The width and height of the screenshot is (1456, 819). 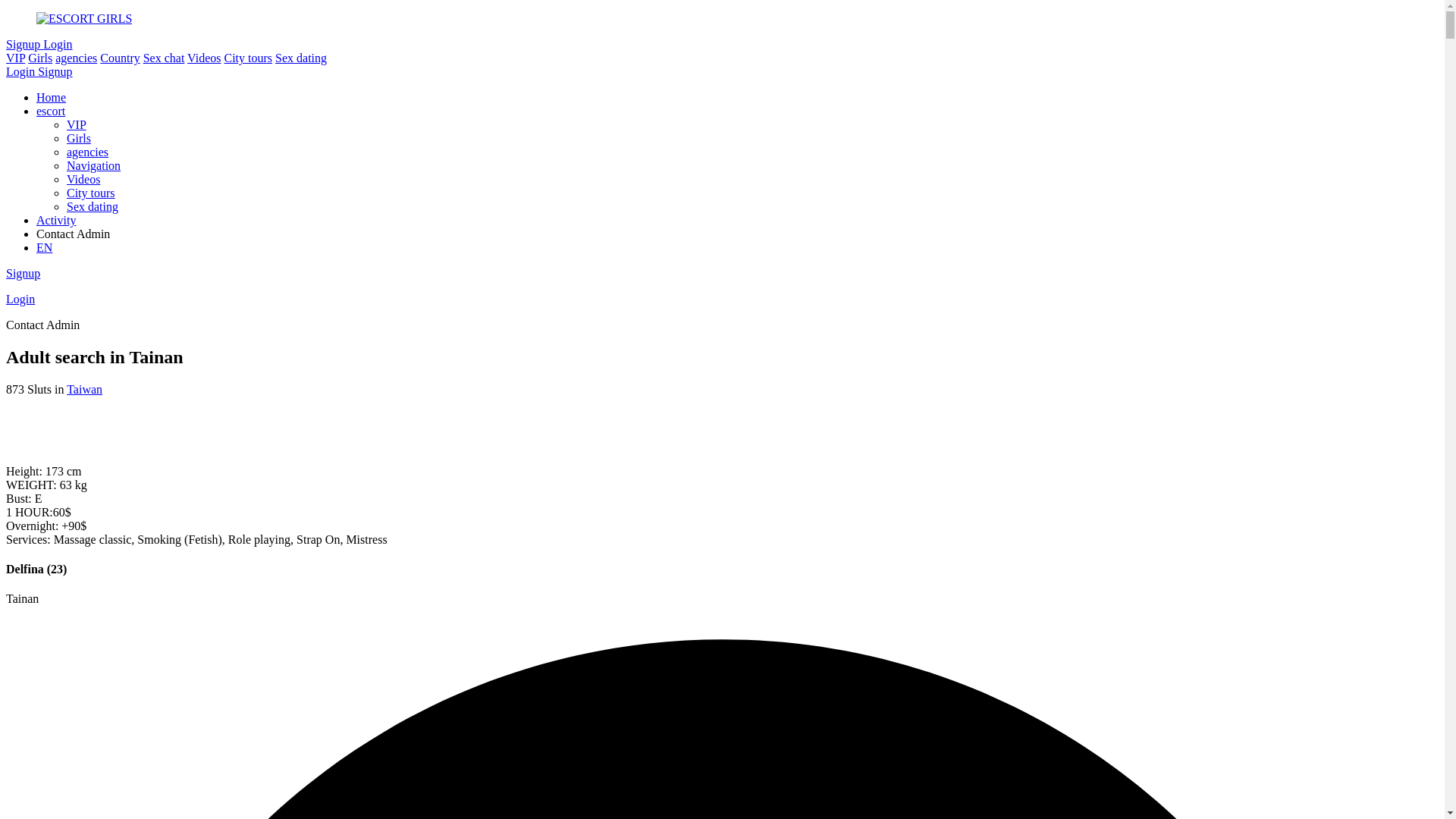 What do you see at coordinates (51, 110) in the screenshot?
I see `'escort'` at bounding box center [51, 110].